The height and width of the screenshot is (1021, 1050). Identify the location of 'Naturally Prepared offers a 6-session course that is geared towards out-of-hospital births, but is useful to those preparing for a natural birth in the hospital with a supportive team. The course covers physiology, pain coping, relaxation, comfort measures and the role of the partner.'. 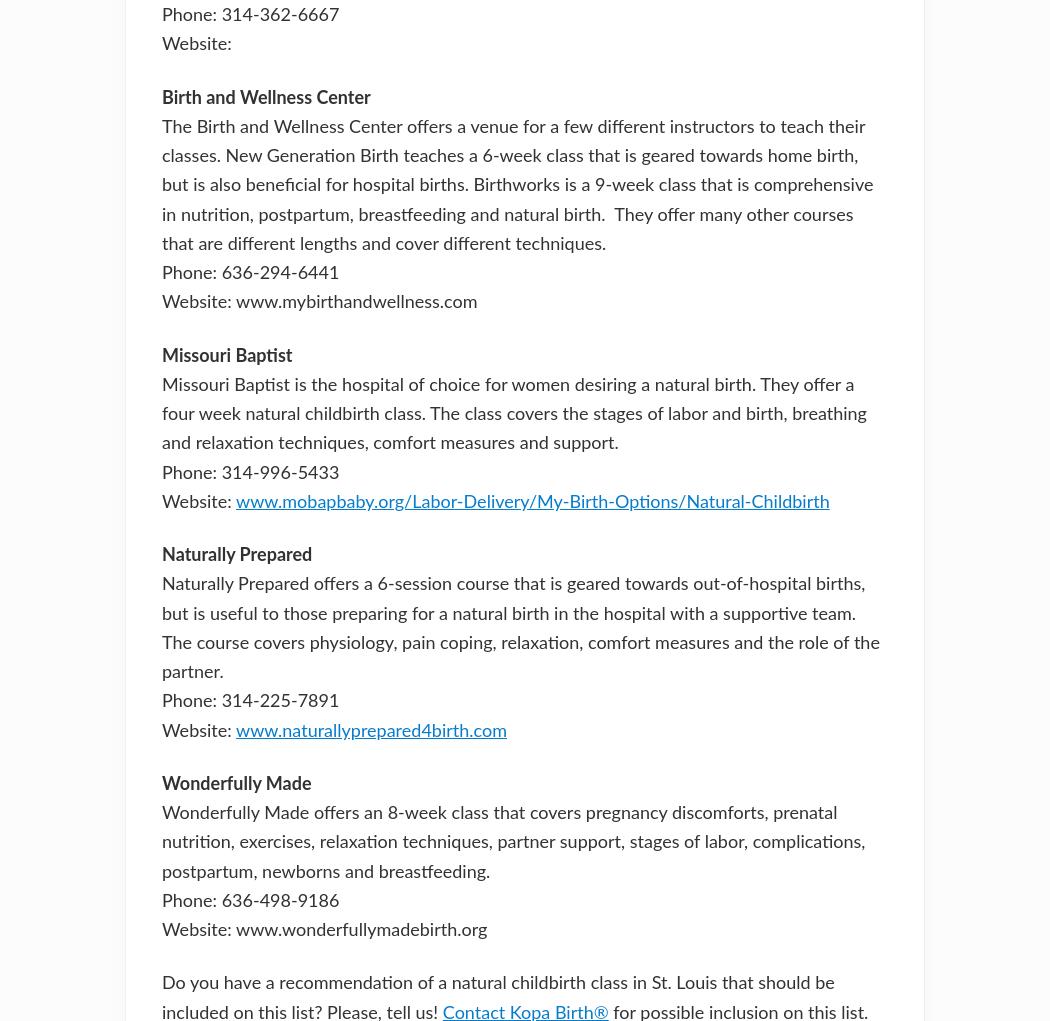
(519, 628).